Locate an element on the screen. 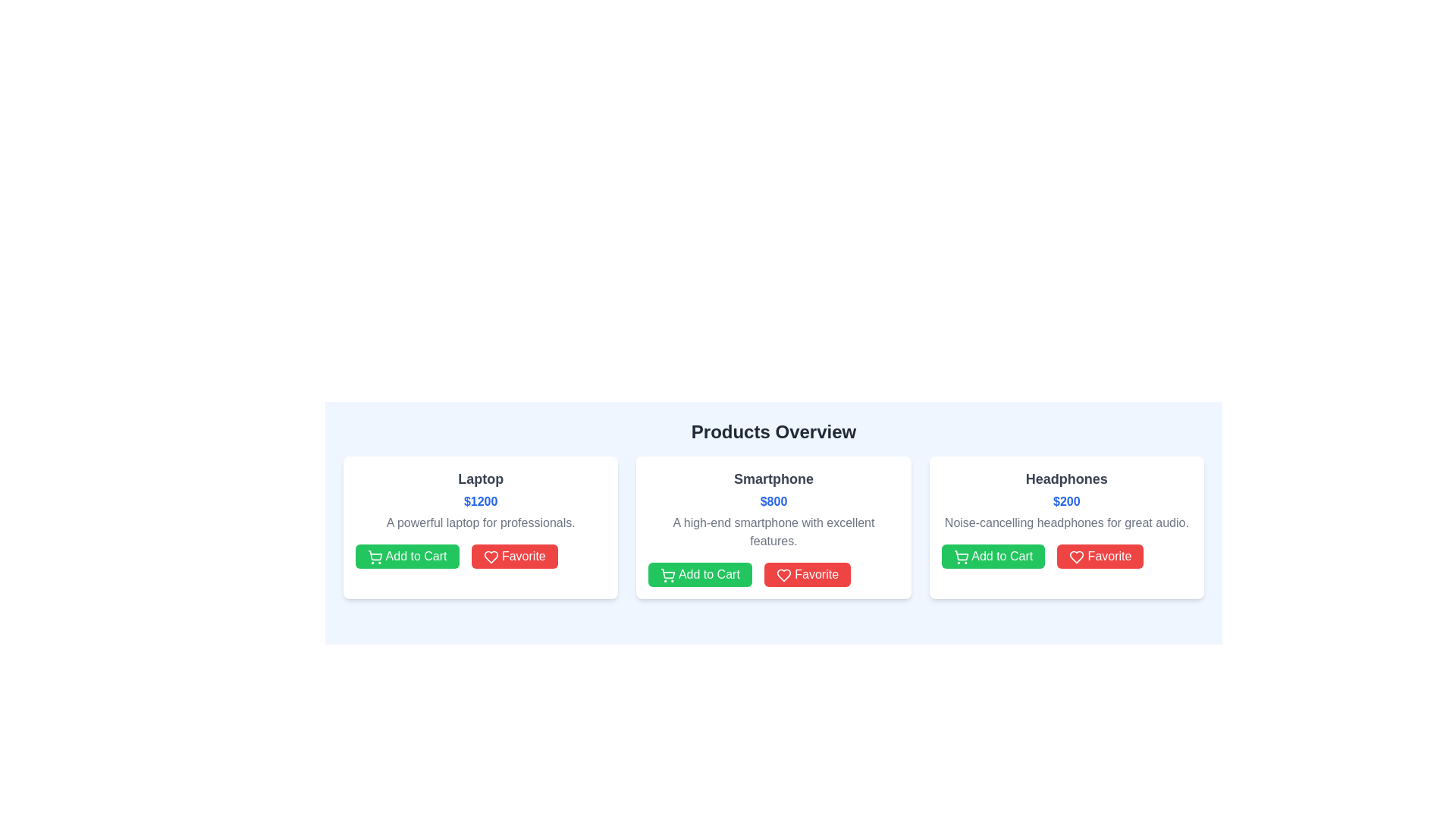 Image resolution: width=1456 pixels, height=819 pixels. the heart icon within the 'Favorite' button of the first product card ('Laptop') in the list, which serves as a visual enhancement for marking an item as a favorite is located at coordinates (491, 557).